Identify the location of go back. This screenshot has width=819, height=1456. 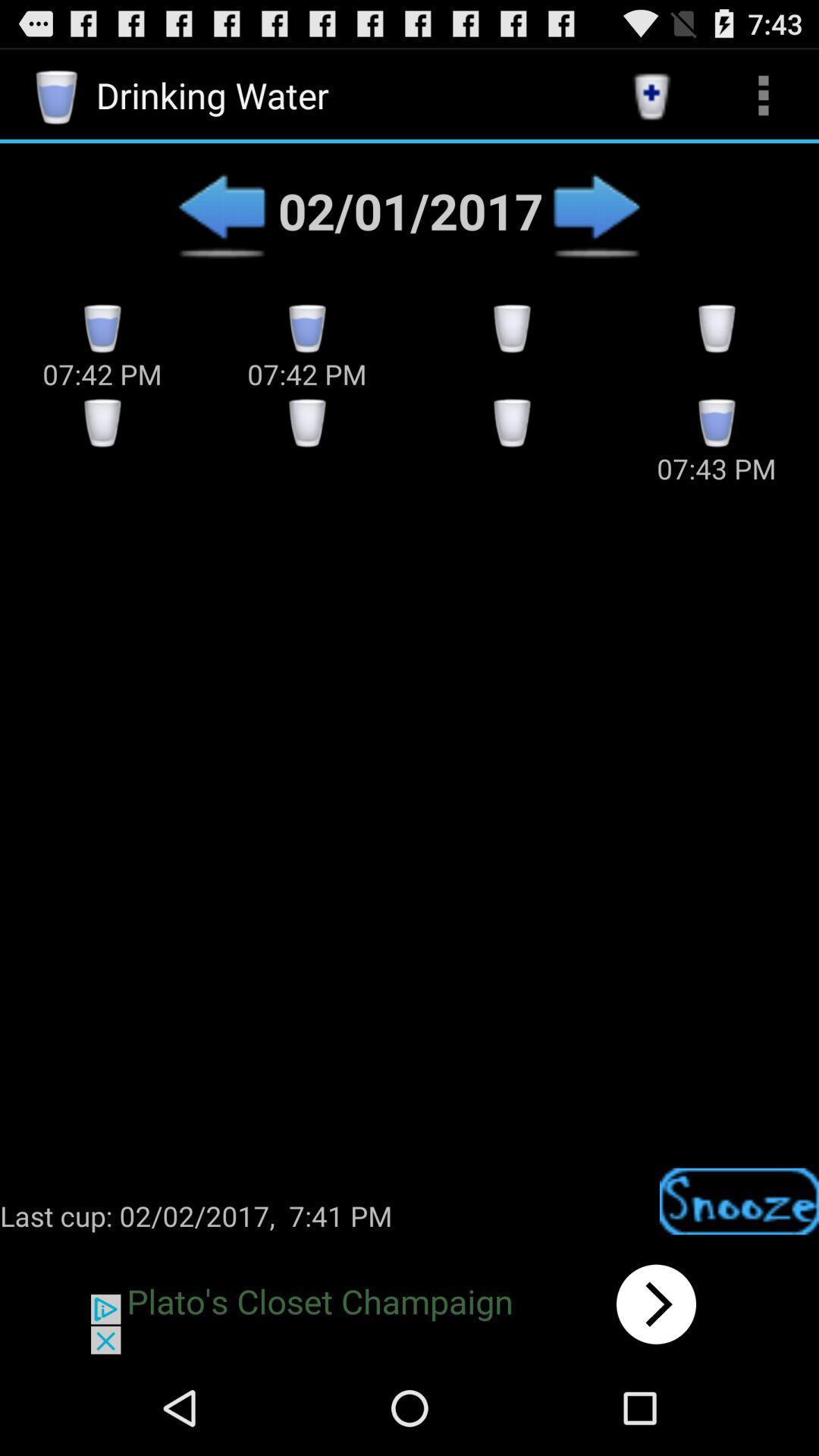
(221, 210).